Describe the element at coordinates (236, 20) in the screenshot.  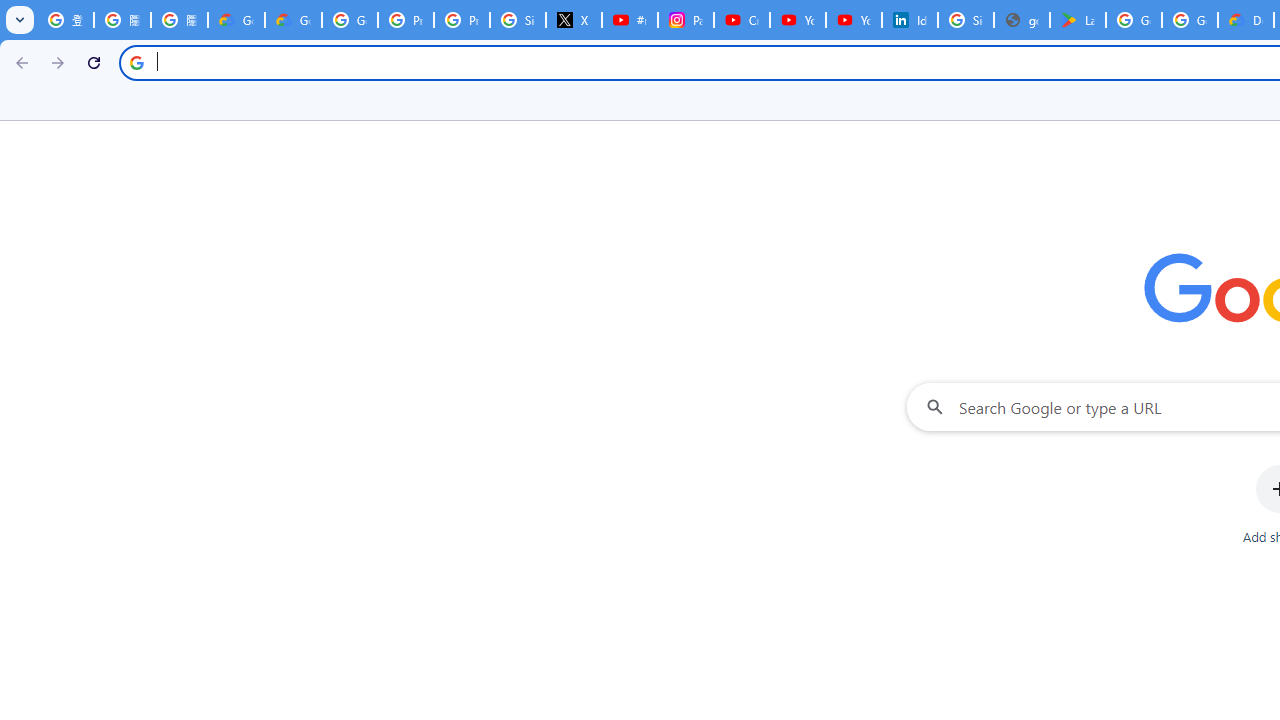
I see `'Google Cloud Privacy Notice'` at that location.